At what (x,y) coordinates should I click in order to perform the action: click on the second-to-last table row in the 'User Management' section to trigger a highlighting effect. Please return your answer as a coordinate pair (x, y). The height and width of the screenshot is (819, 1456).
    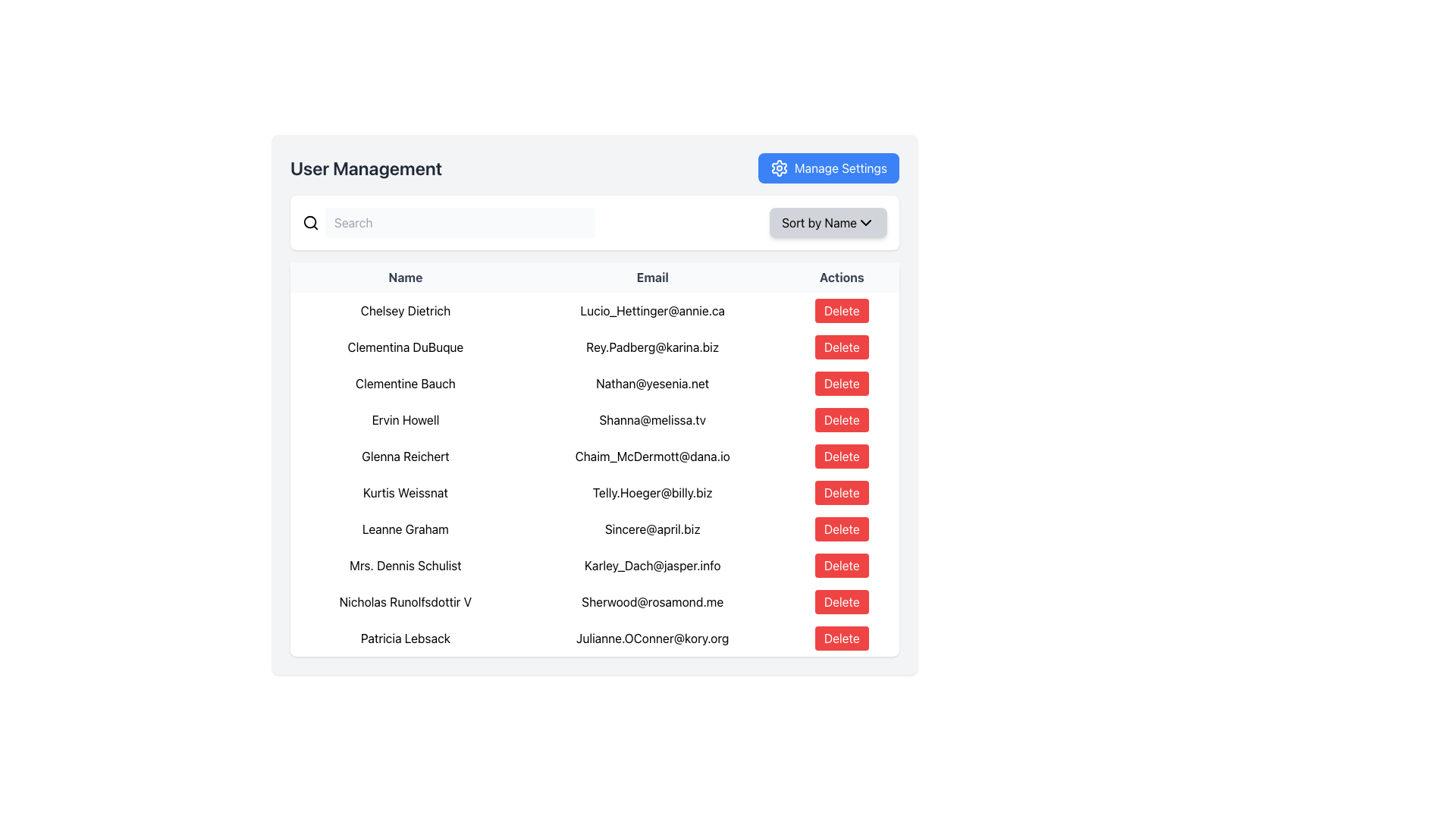
    Looking at the image, I should click on (594, 601).